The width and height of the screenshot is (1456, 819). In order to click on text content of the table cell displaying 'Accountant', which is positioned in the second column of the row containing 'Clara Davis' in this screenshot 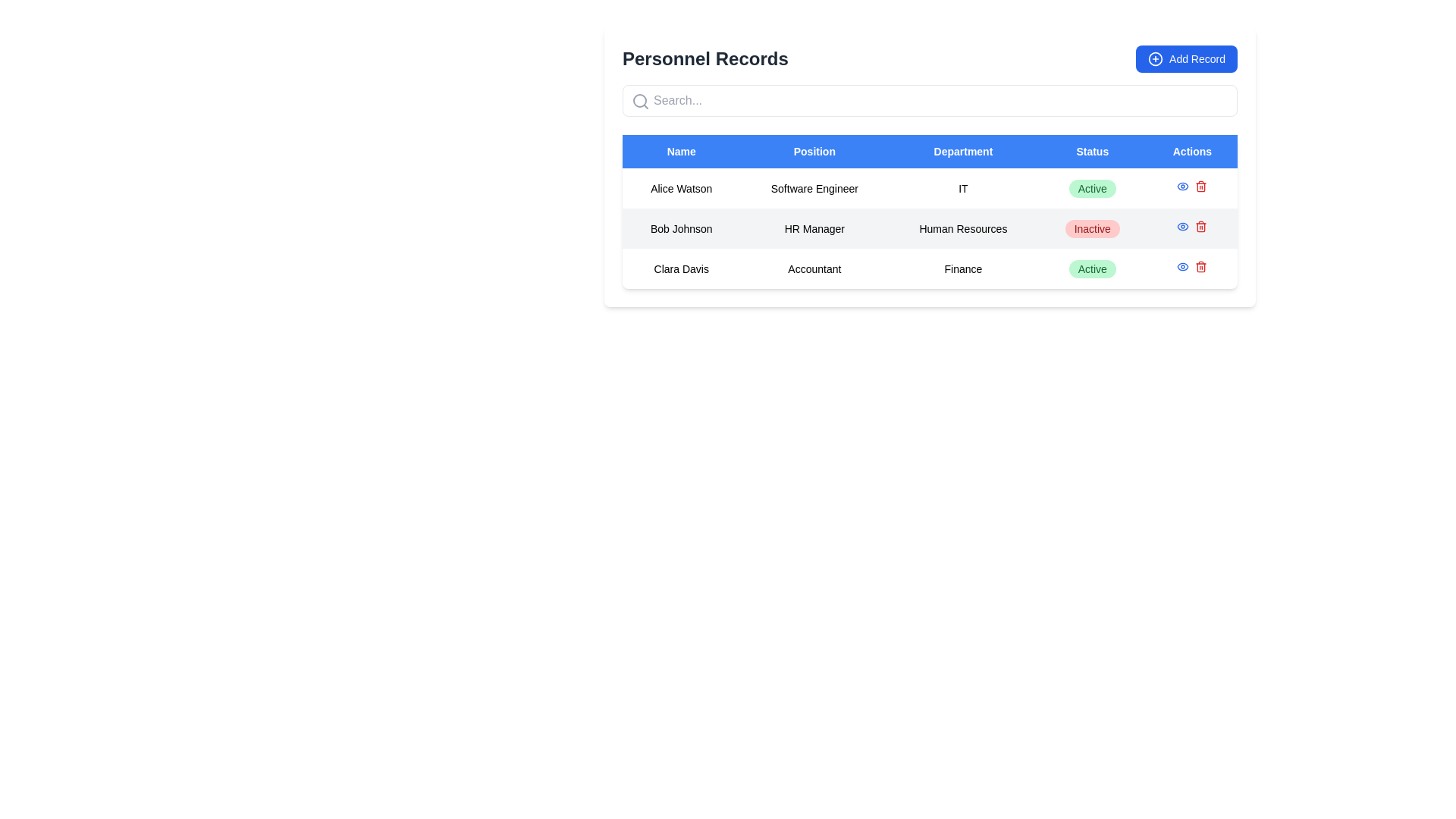, I will do `click(814, 268)`.